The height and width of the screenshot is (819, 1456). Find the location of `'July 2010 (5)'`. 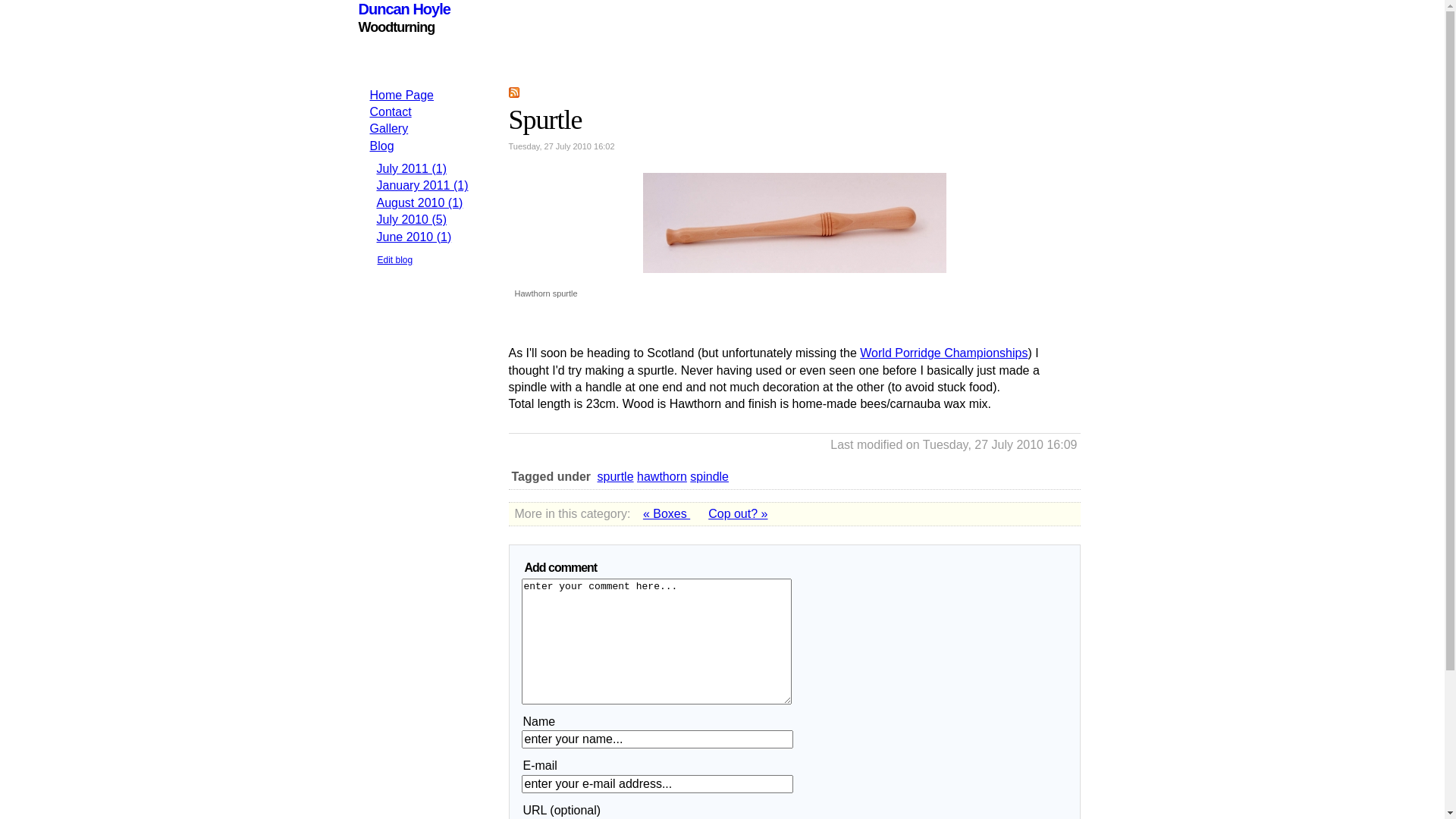

'July 2010 (5)' is located at coordinates (375, 219).